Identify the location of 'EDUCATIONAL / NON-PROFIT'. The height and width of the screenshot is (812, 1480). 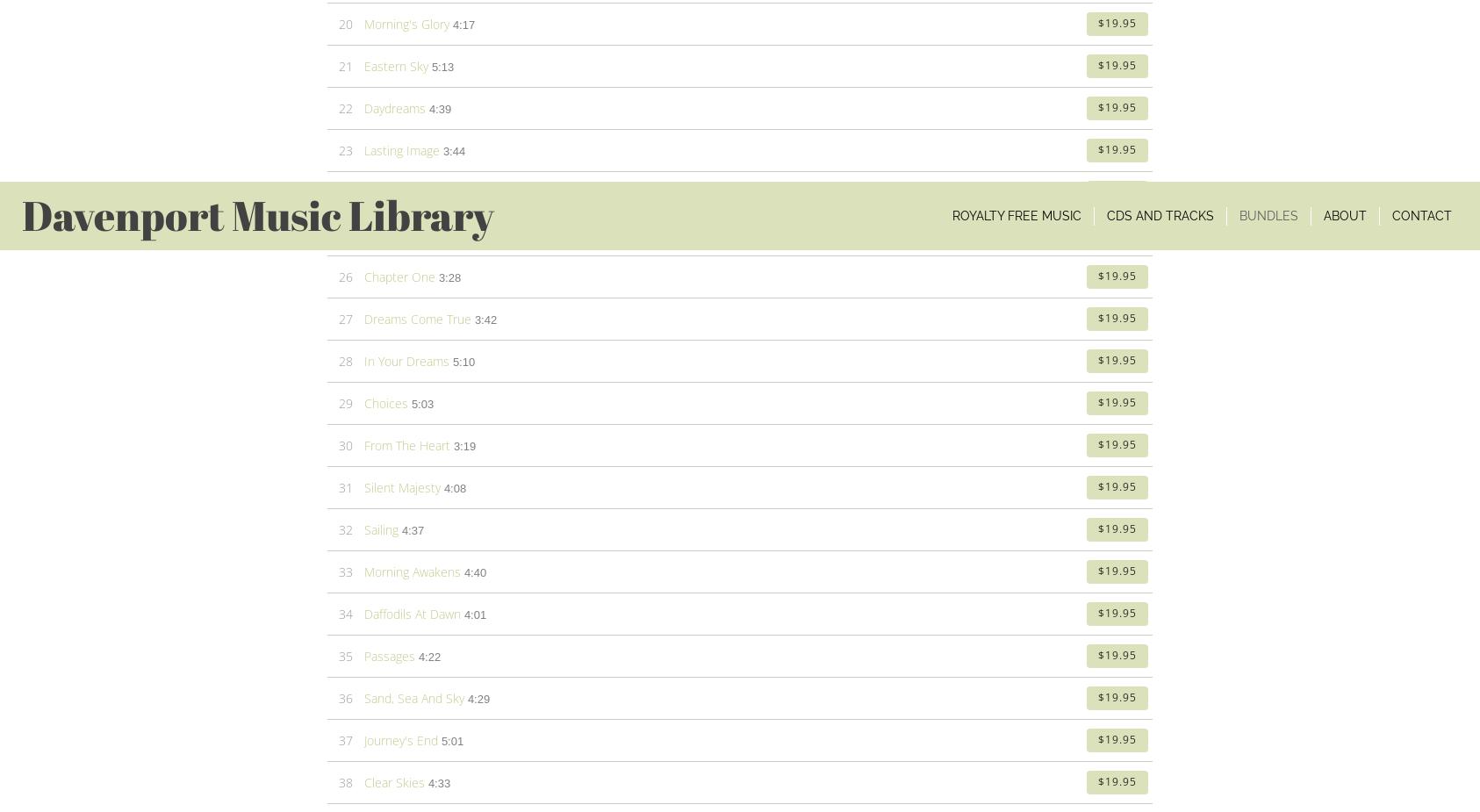
(764, 547).